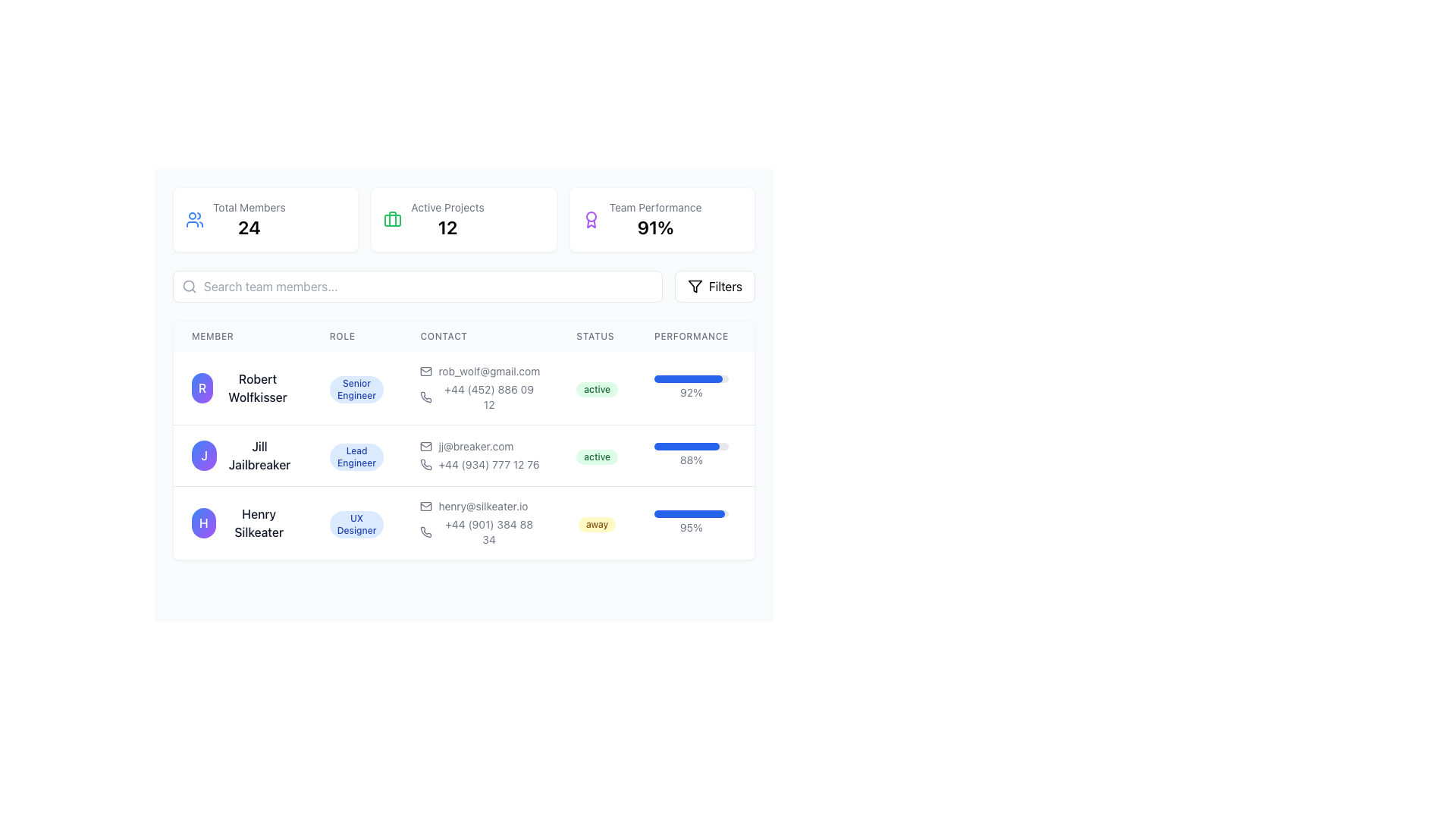  What do you see at coordinates (356, 455) in the screenshot?
I see `the label representing the job title of 'Jill Jailbreaker' located in the 'ROLE' column of the second row, between 'MEMBER' and 'CONTACT'` at bounding box center [356, 455].